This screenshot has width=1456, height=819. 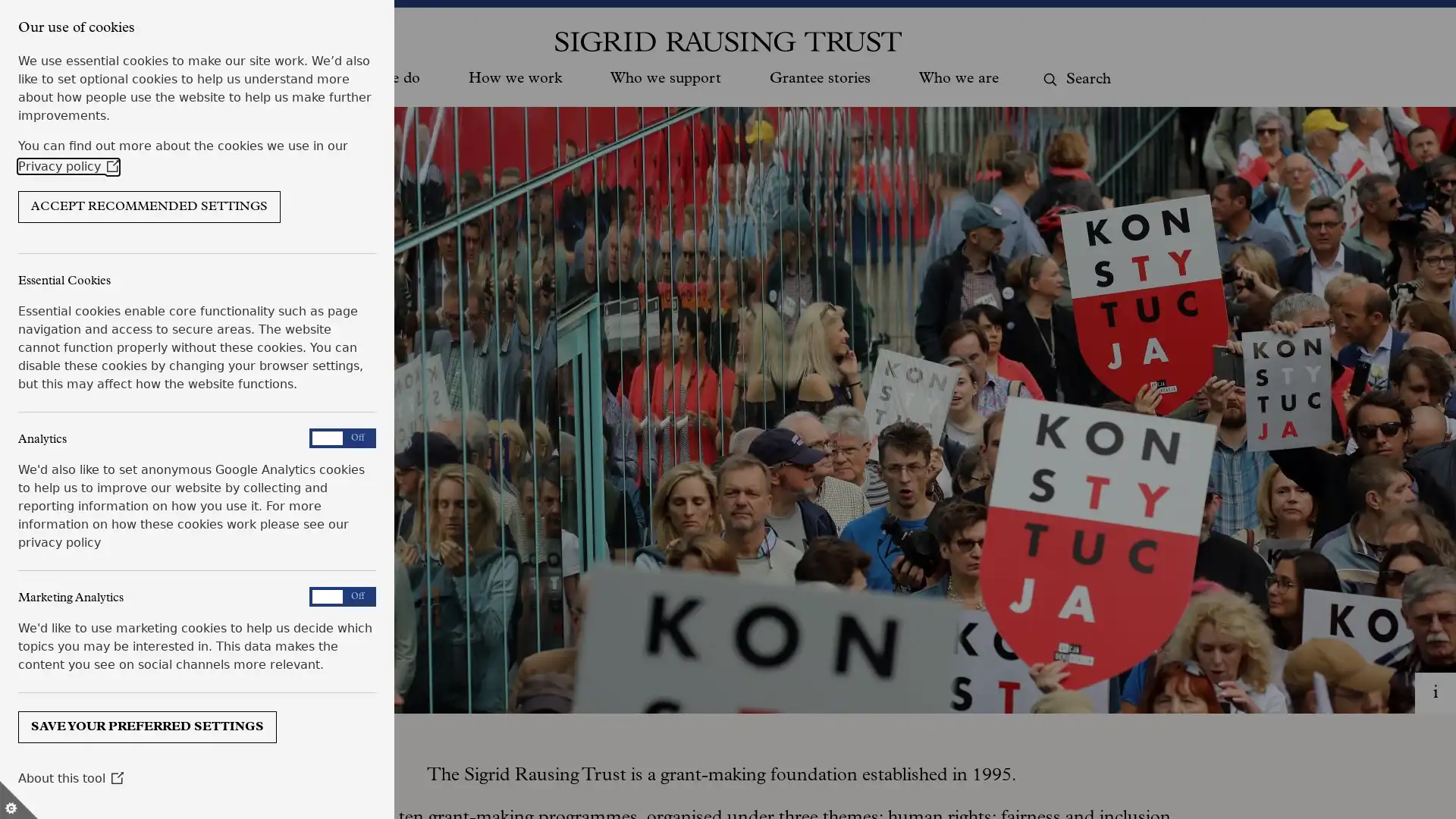 I want to click on ACCEPT RECOMMENDED SETTINGS, so click(x=149, y=206).